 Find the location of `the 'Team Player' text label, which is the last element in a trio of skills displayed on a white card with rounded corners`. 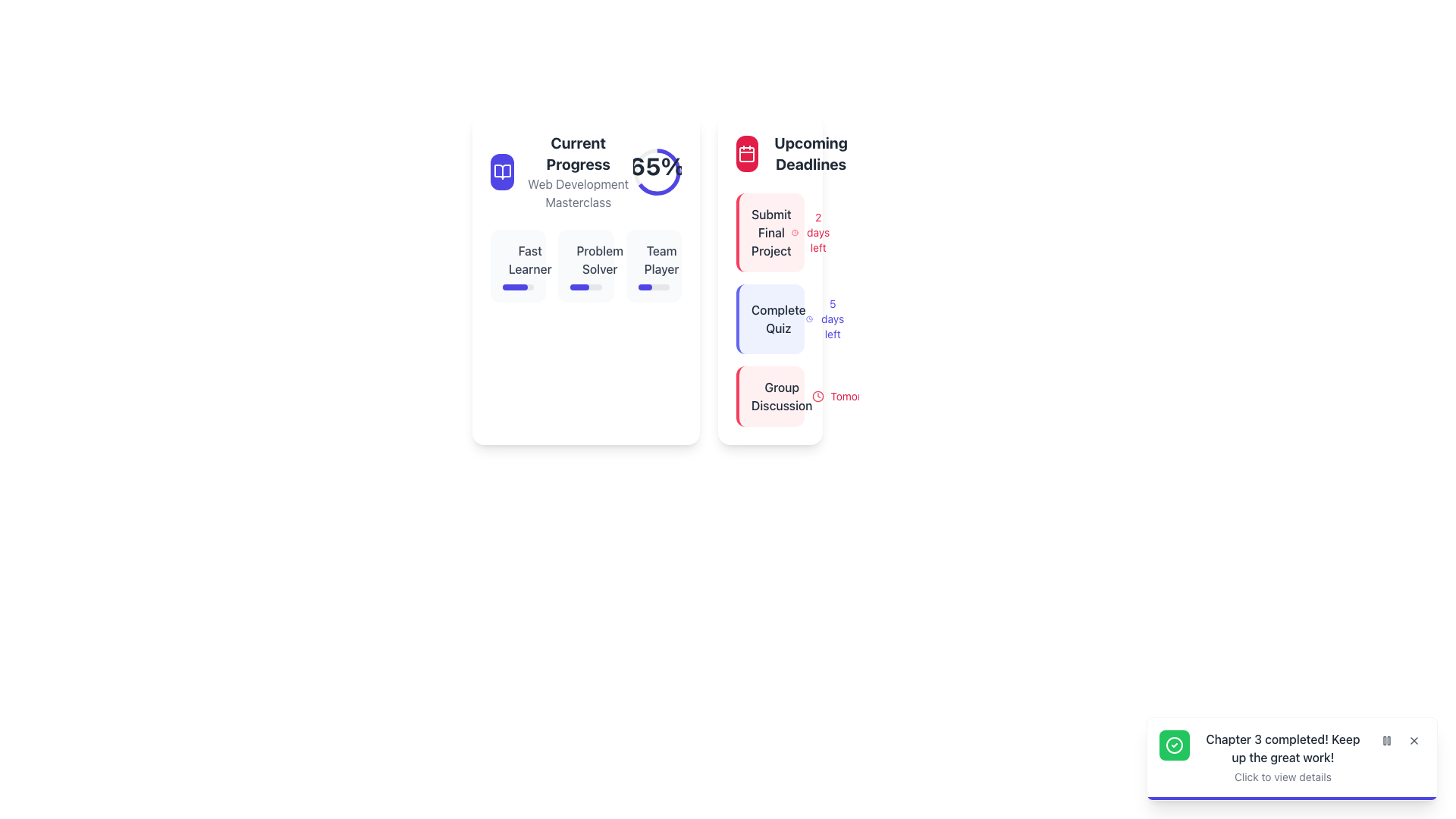

the 'Team Player' text label, which is the last element in a trio of skills displayed on a white card with rounded corners is located at coordinates (654, 259).